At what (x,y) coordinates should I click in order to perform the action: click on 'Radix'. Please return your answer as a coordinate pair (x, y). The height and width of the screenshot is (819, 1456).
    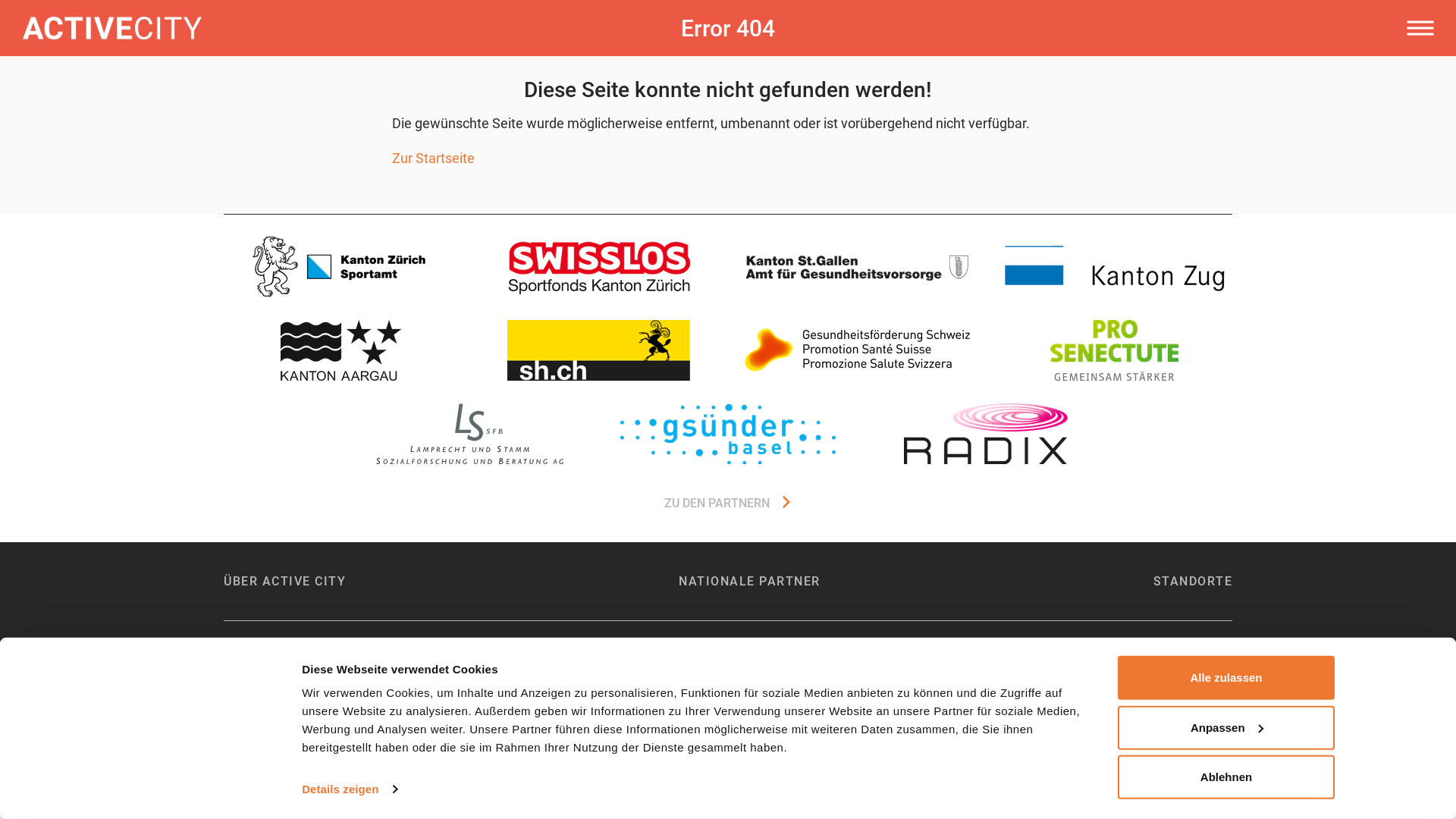
    Looking at the image, I should click on (986, 433).